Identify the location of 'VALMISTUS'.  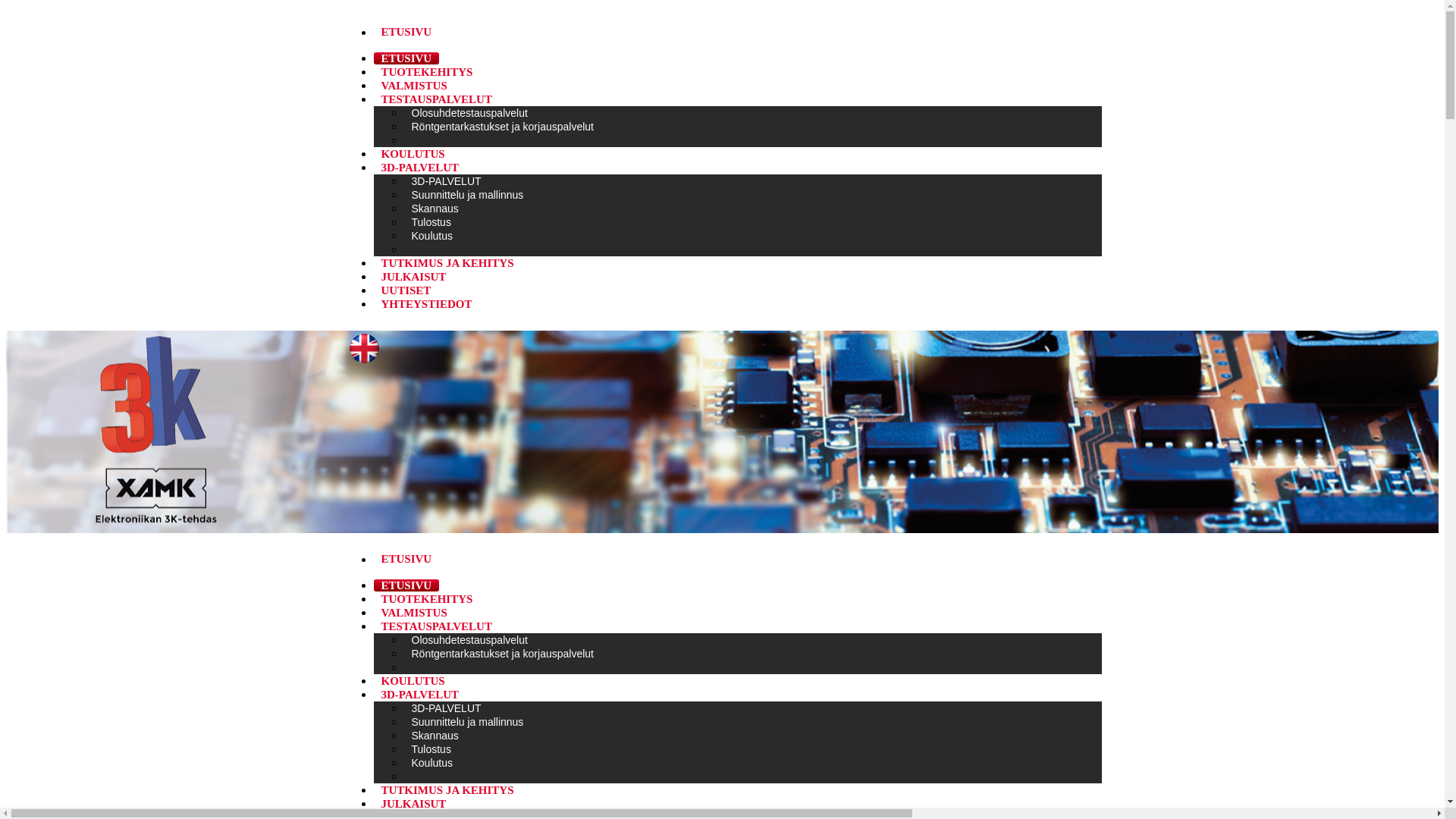
(413, 611).